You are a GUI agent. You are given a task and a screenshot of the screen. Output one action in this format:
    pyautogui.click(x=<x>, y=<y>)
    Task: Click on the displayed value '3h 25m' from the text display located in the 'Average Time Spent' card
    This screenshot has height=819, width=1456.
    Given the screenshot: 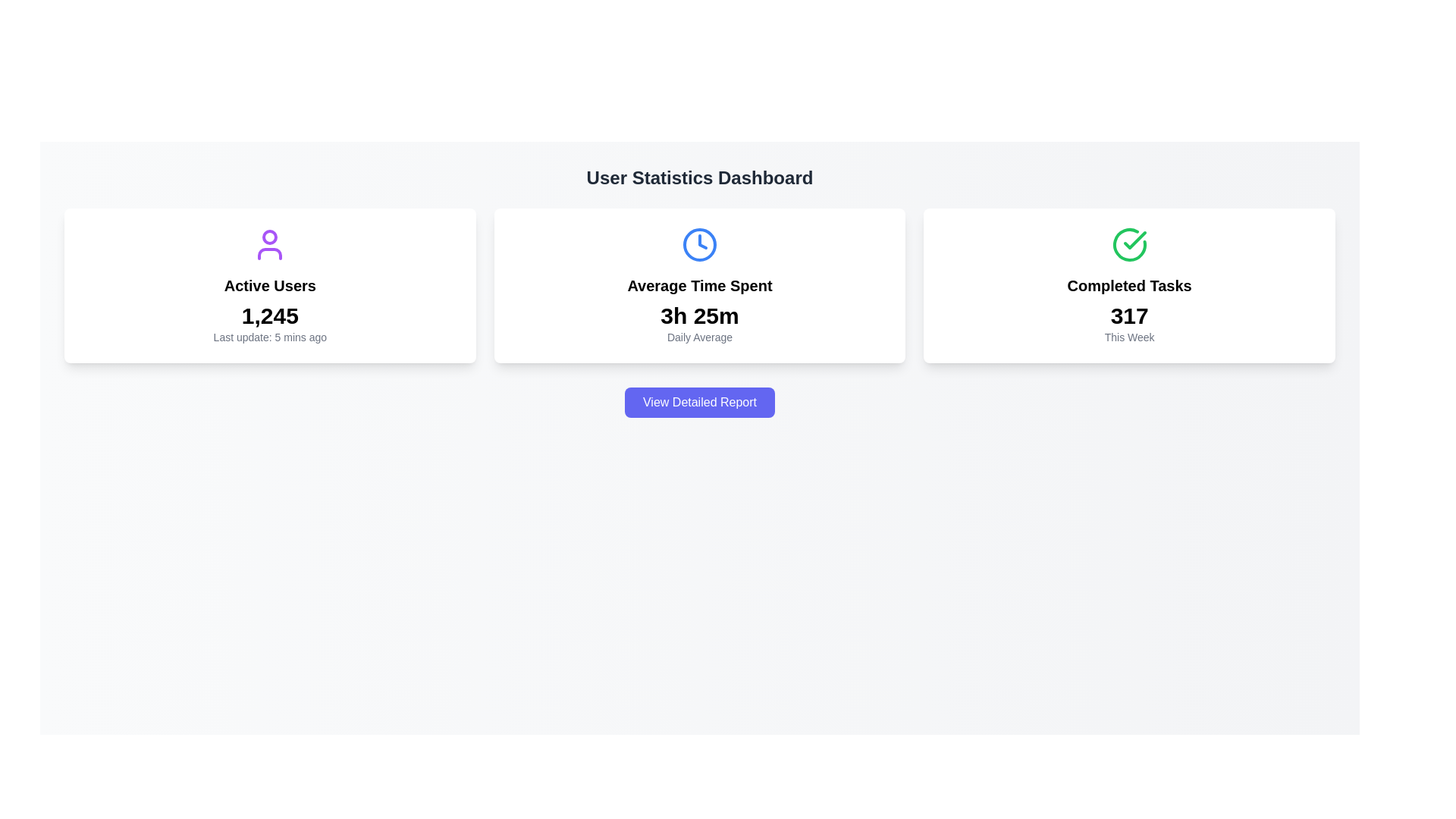 What is the action you would take?
    pyautogui.click(x=698, y=315)
    